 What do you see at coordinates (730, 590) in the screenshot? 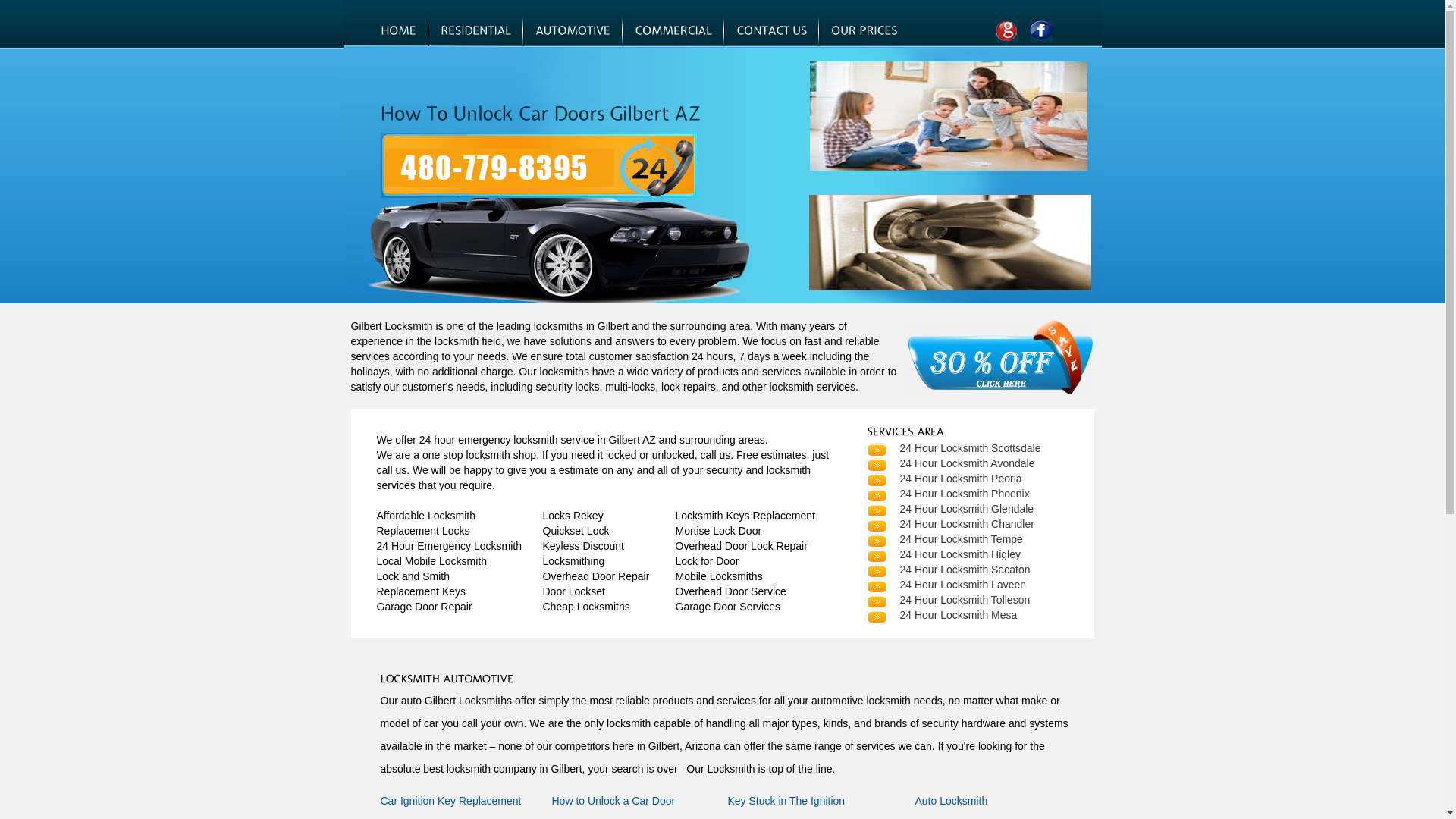
I see `'Overhead Door Service'` at bounding box center [730, 590].